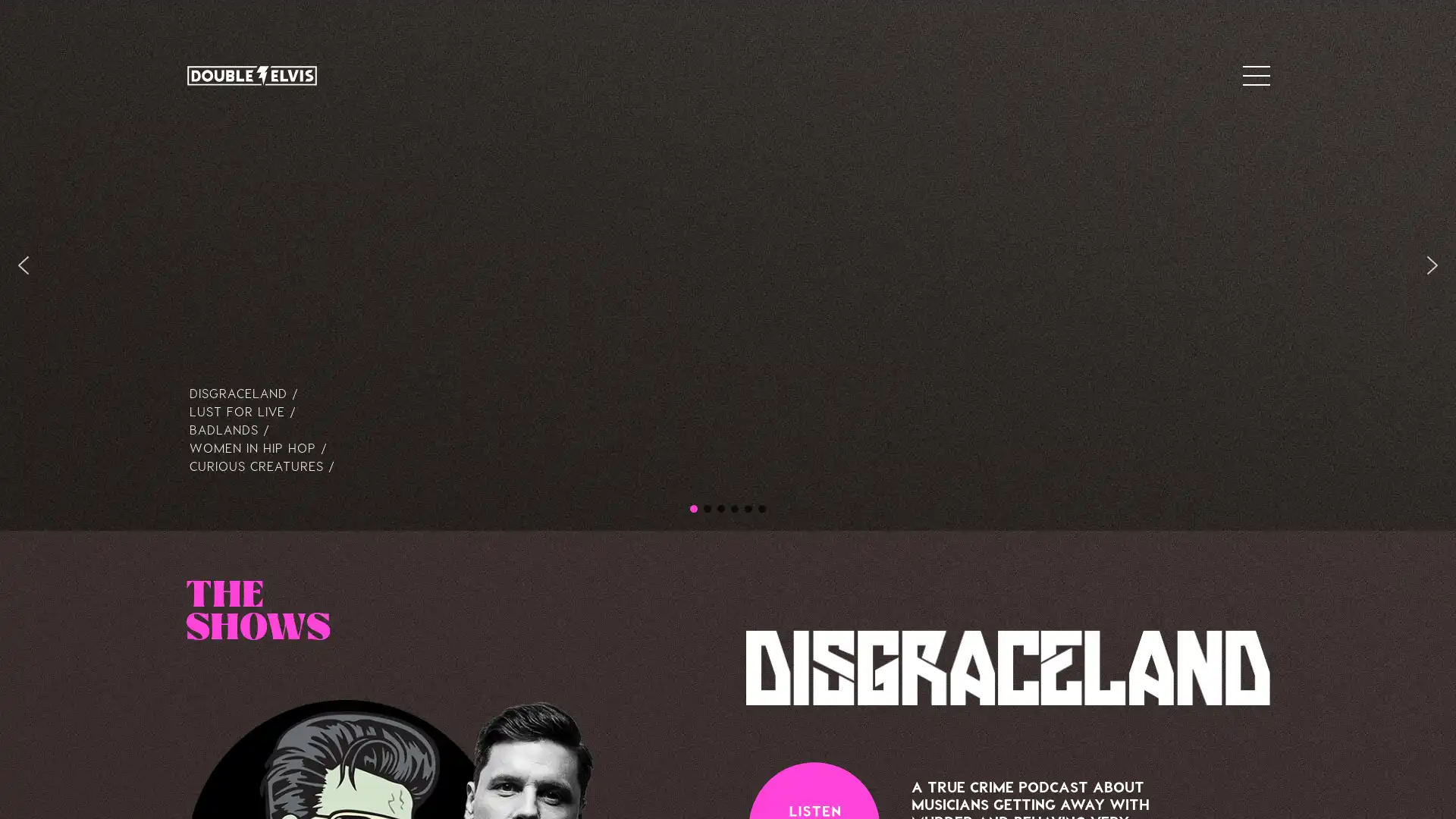 This screenshot has height=819, width=1456. I want to click on Close, so click(919, 292).